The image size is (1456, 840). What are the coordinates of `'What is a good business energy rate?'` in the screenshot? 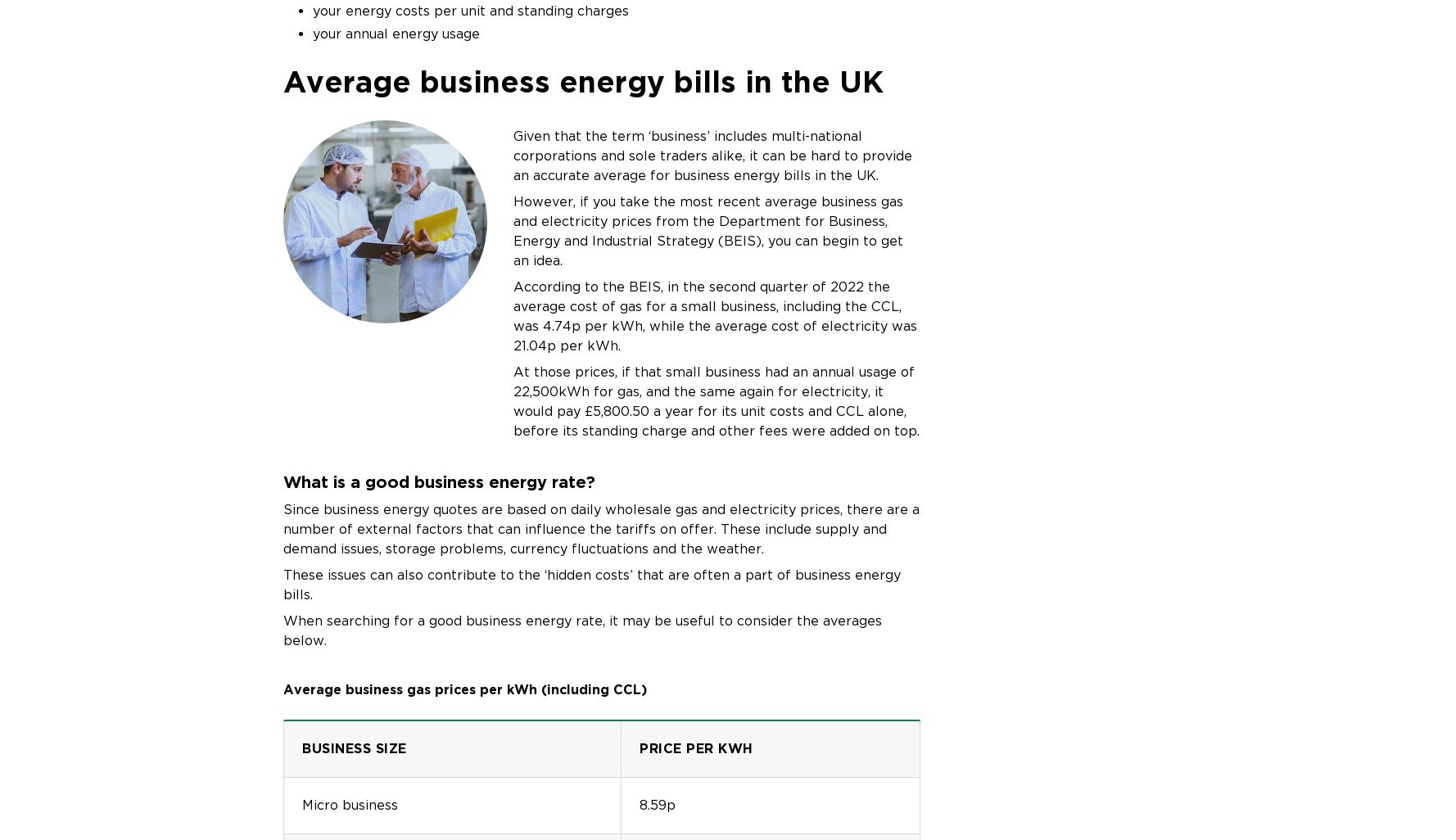 It's located at (282, 481).